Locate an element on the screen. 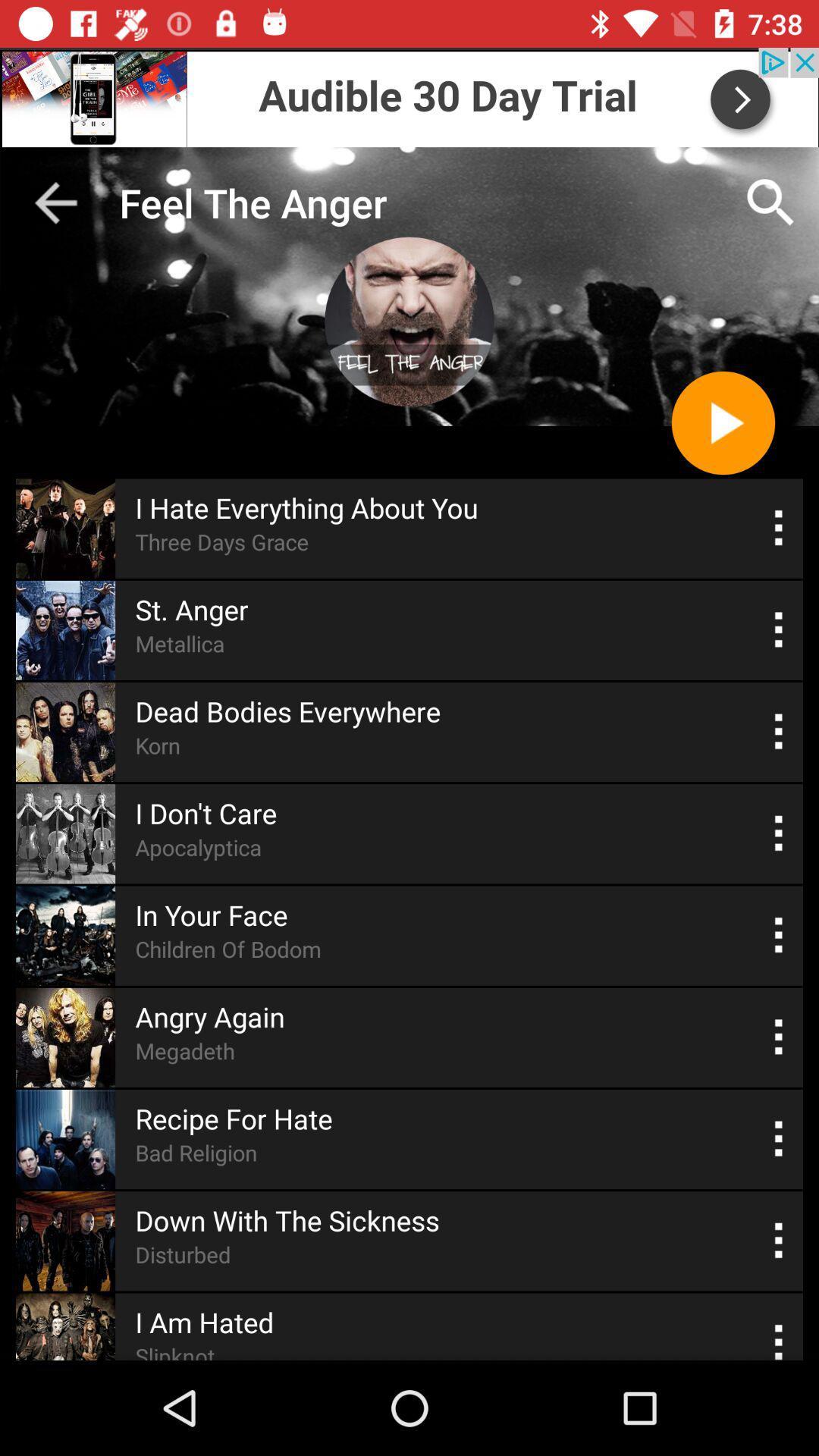  audible trial is located at coordinates (409, 96).